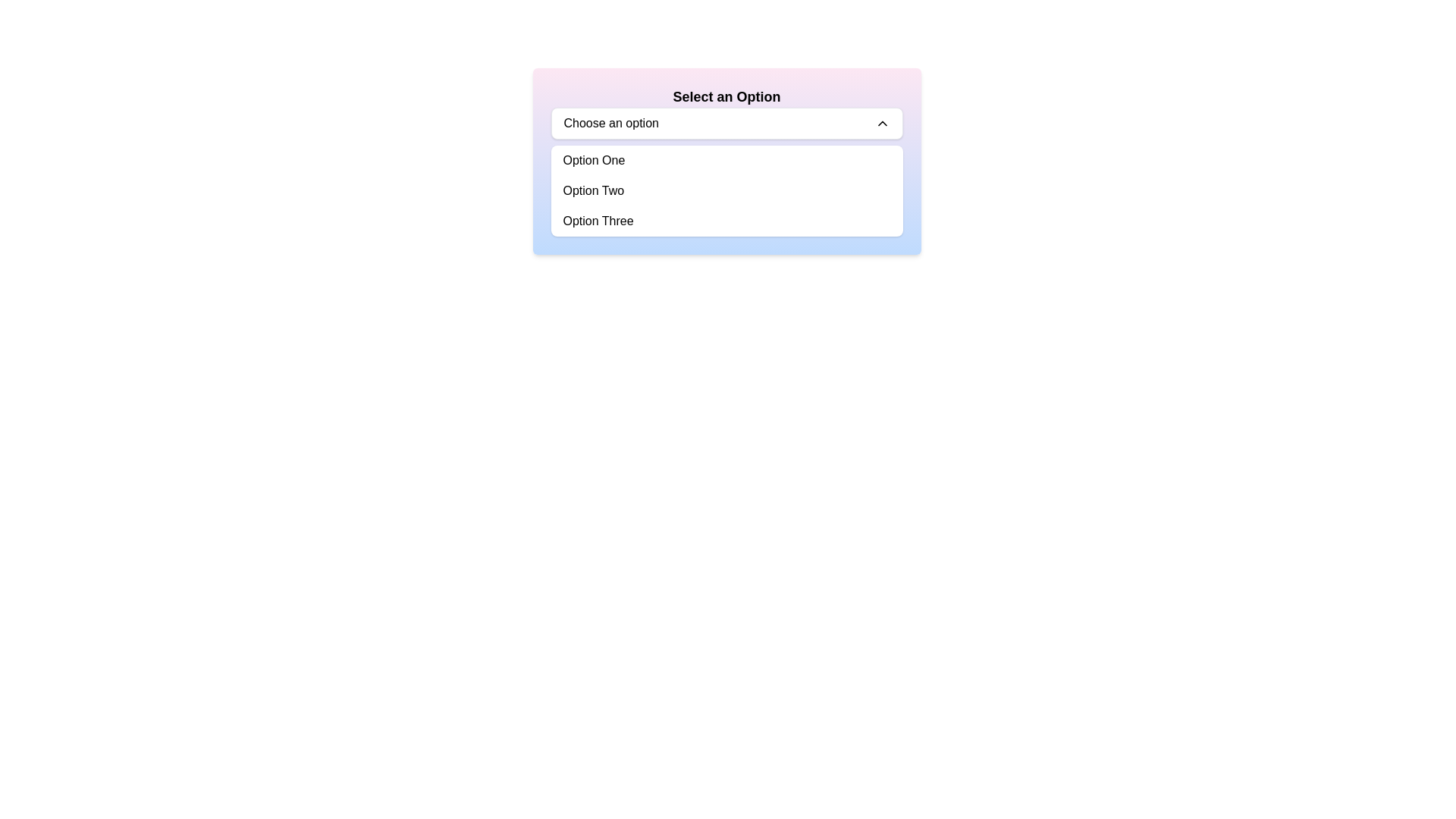  What do you see at coordinates (726, 161) in the screenshot?
I see `the 'Option One' item in the dropdown menu` at bounding box center [726, 161].